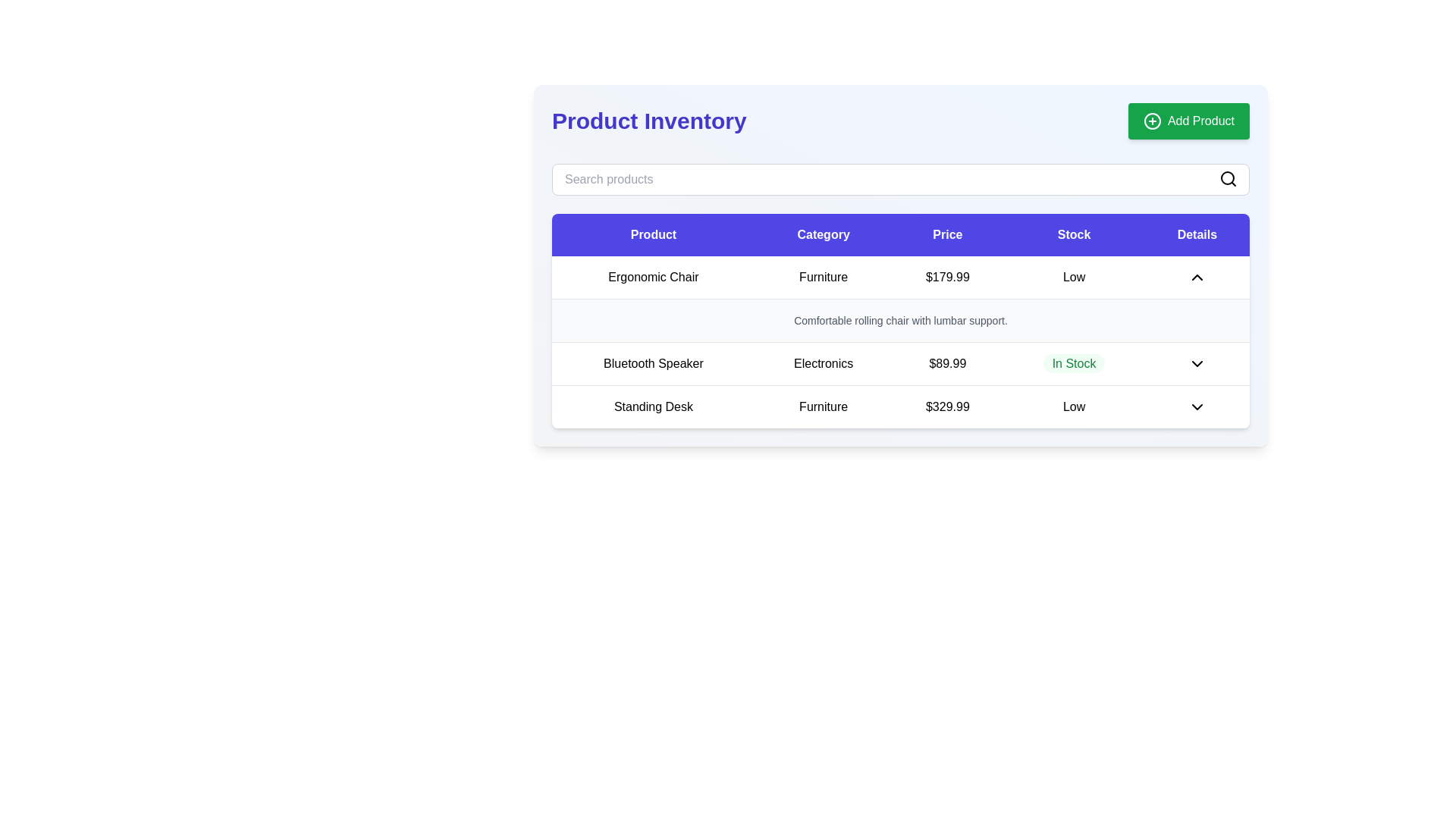  I want to click on the 'Furniture' text label in the product inventory table, located in the third row under the 'Category' column, so click(823, 406).